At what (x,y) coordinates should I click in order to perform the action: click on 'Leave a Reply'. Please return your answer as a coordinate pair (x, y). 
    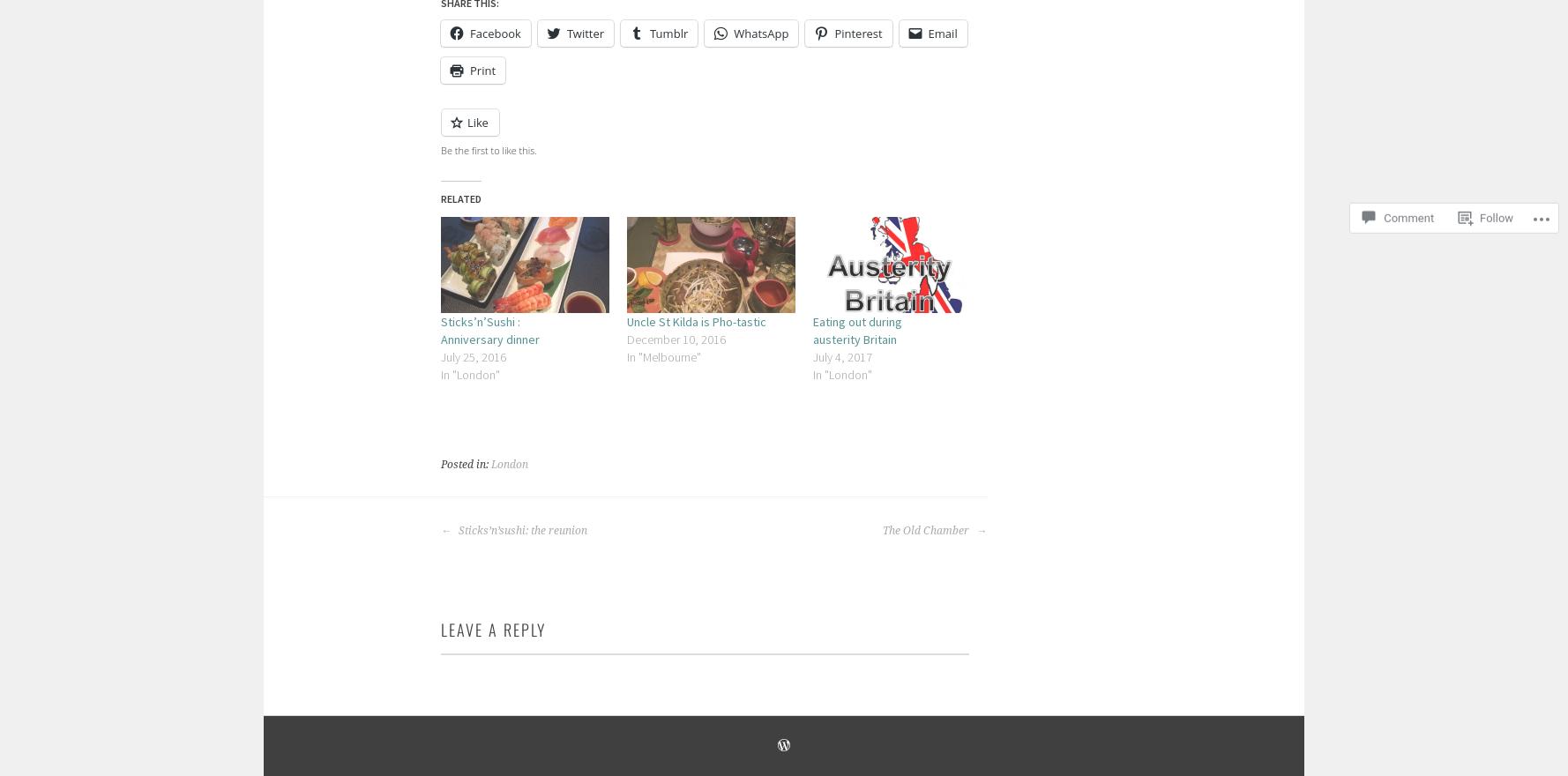
    Looking at the image, I should click on (439, 628).